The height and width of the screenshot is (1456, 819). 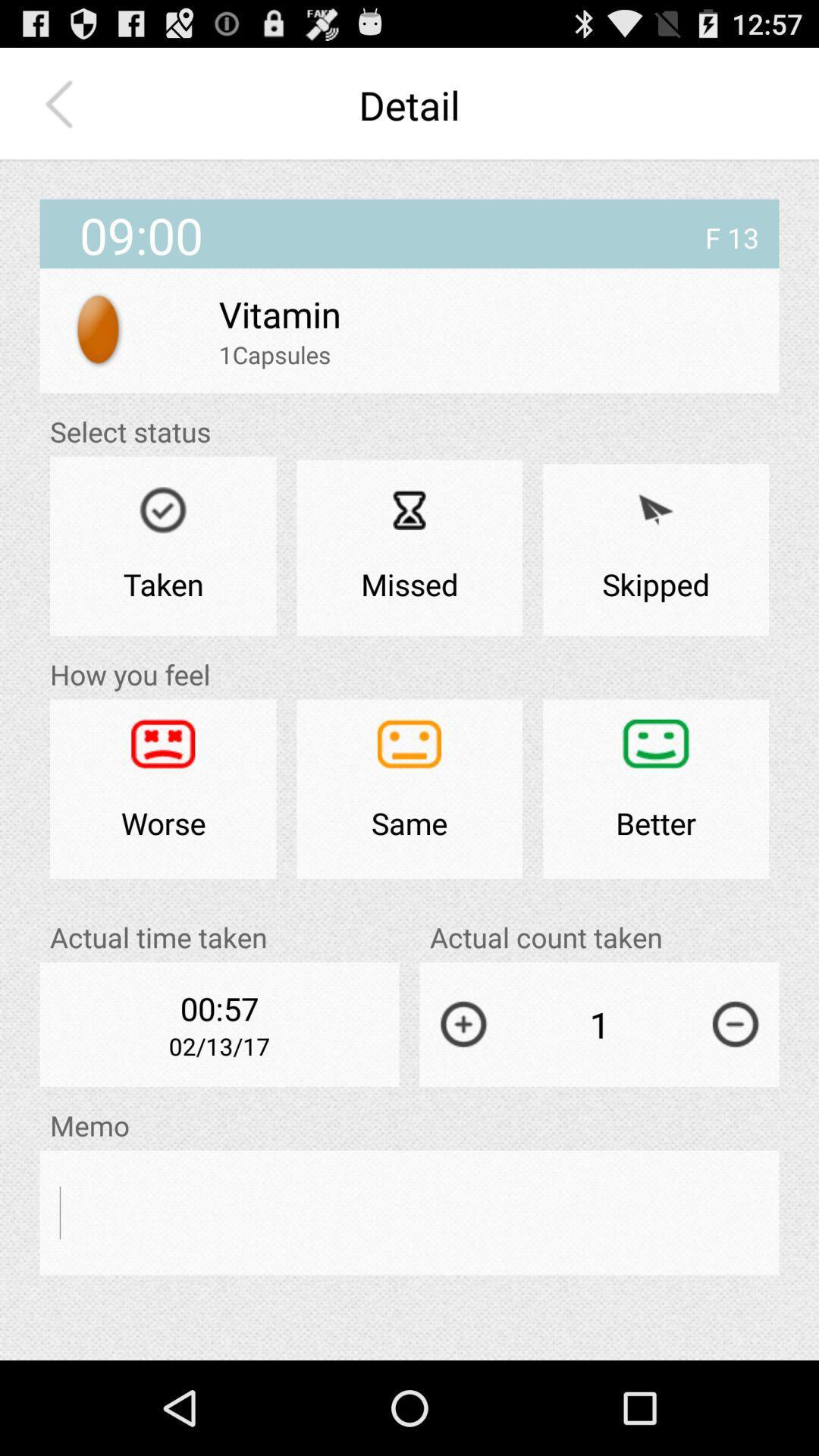 What do you see at coordinates (409, 789) in the screenshot?
I see `the radio button next to better radio button` at bounding box center [409, 789].